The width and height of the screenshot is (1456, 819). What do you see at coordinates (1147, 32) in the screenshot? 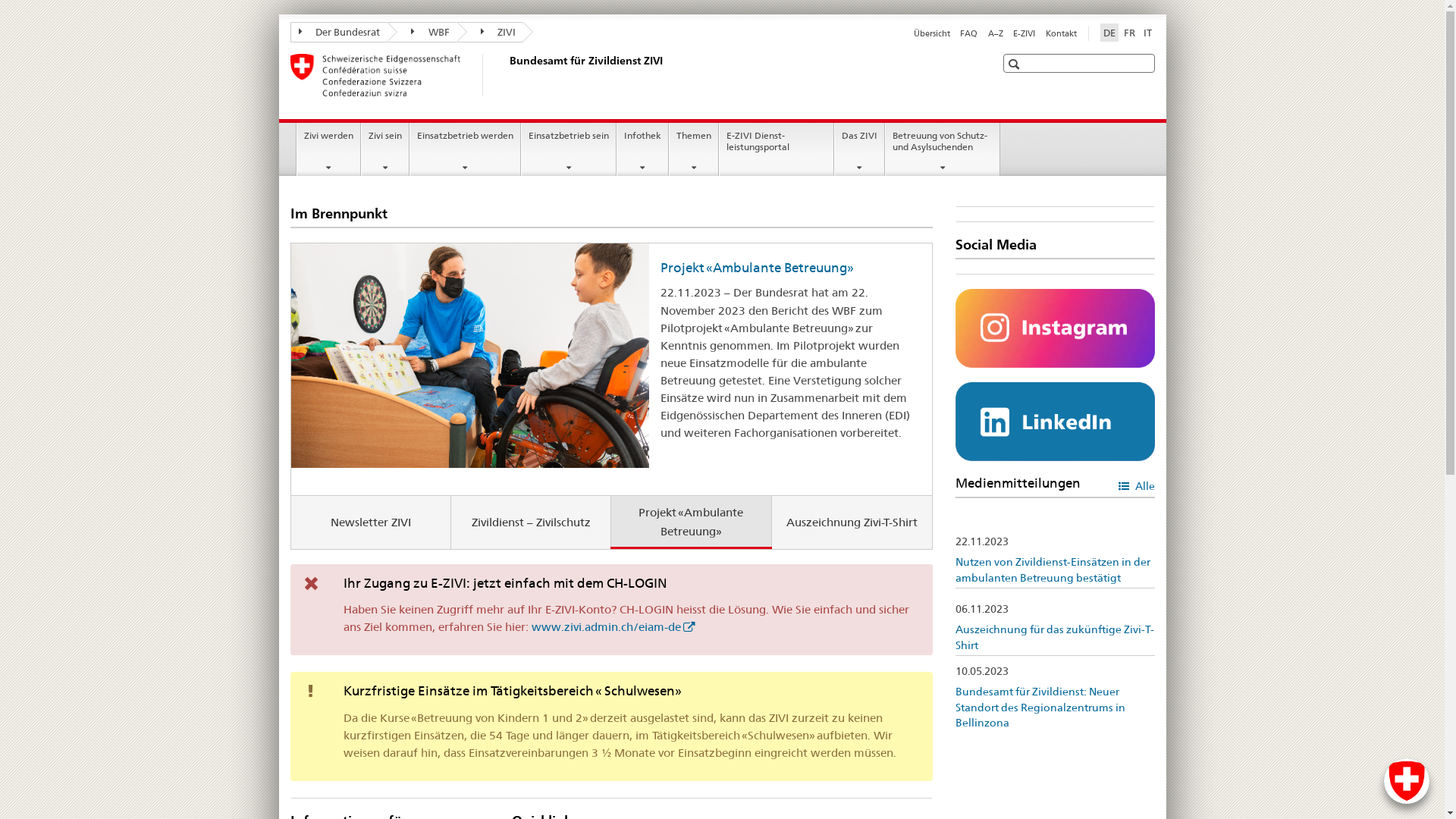
I see `'IT'` at bounding box center [1147, 32].